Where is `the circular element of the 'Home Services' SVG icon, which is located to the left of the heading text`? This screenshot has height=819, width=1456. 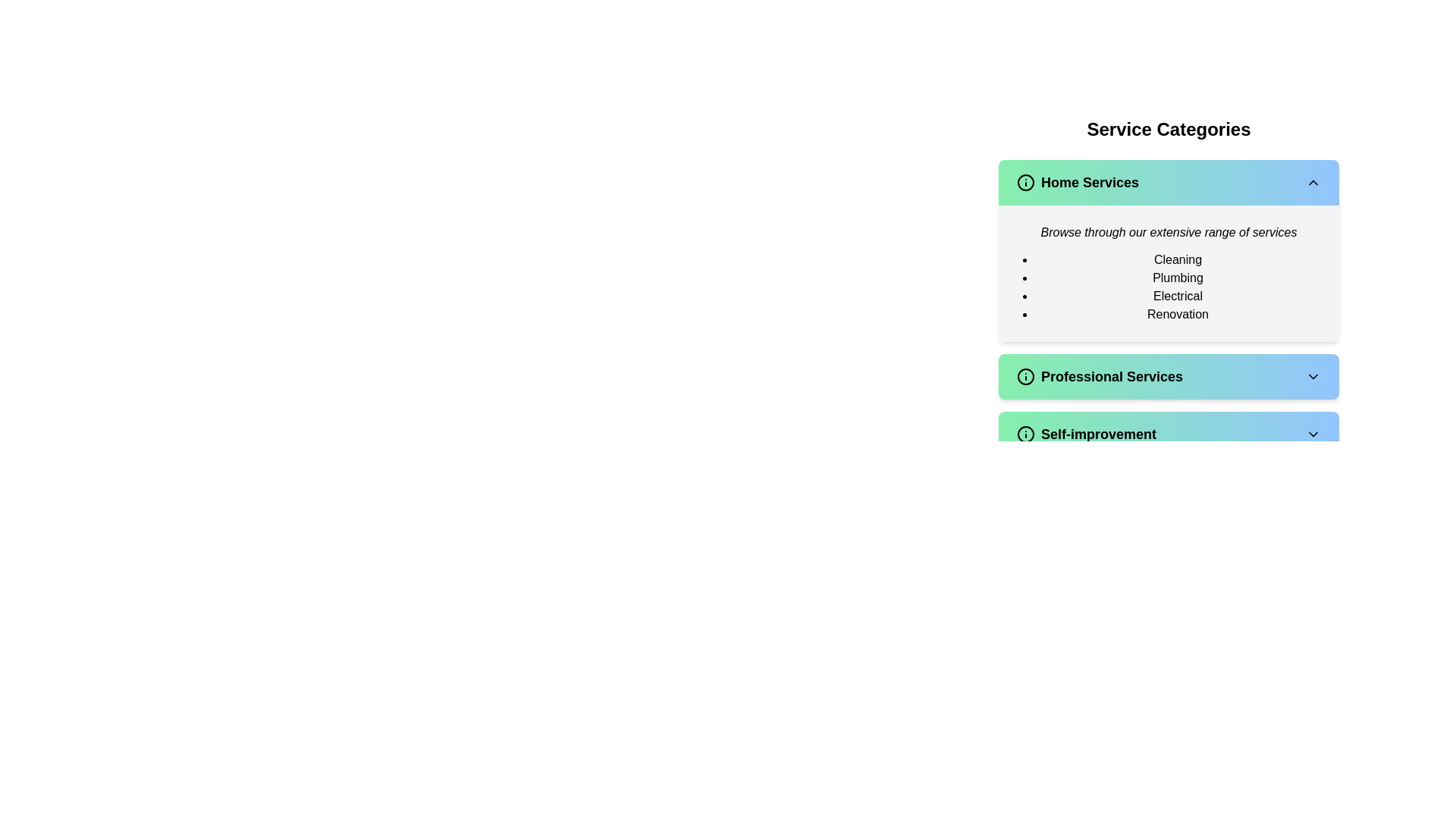
the circular element of the 'Home Services' SVG icon, which is located to the left of the heading text is located at coordinates (1026, 181).